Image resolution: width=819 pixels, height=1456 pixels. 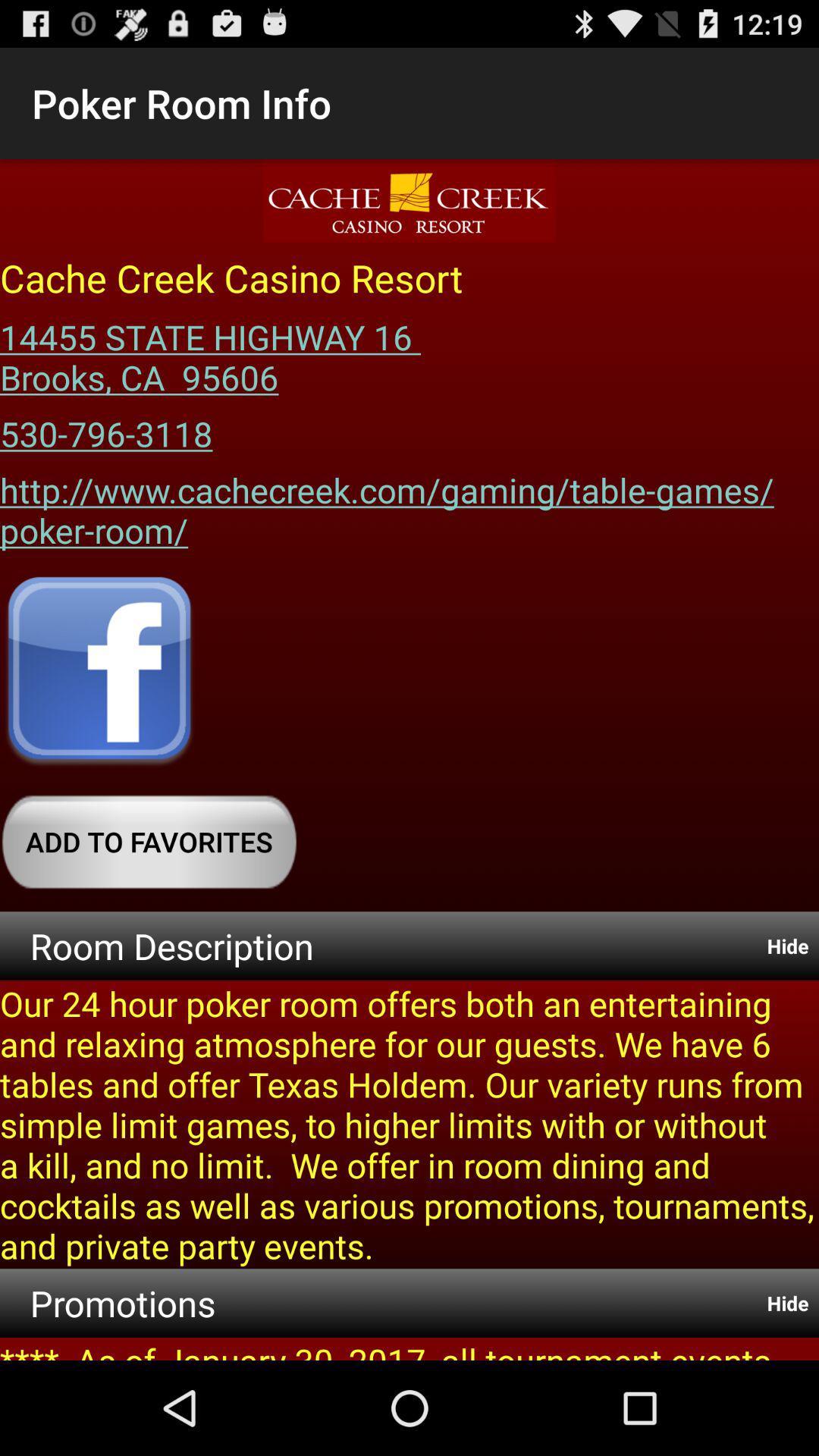 I want to click on the 530-796-3118 app, so click(x=105, y=428).